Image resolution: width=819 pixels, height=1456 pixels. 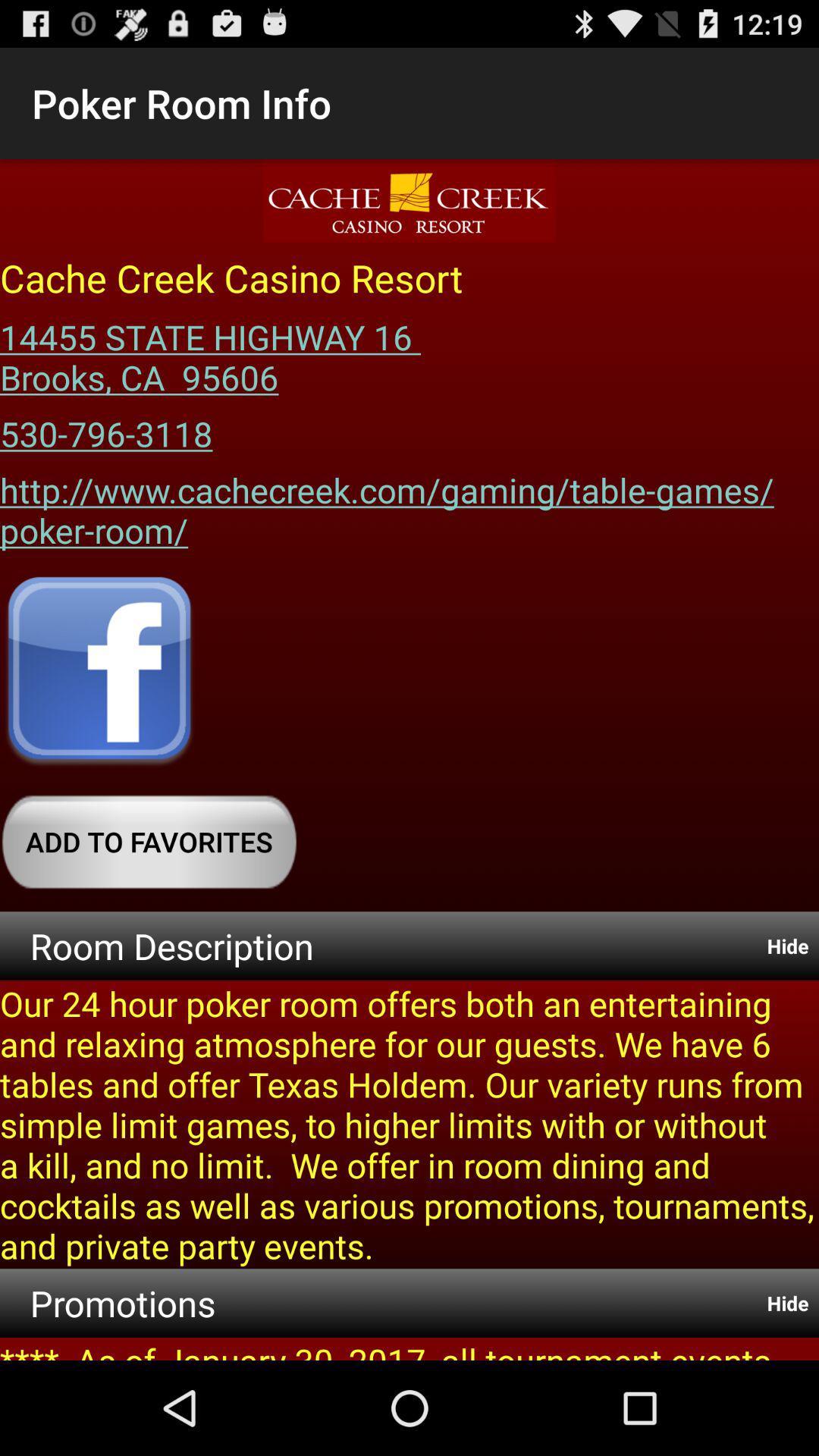 I want to click on the 530-796-3118 app, so click(x=105, y=428).